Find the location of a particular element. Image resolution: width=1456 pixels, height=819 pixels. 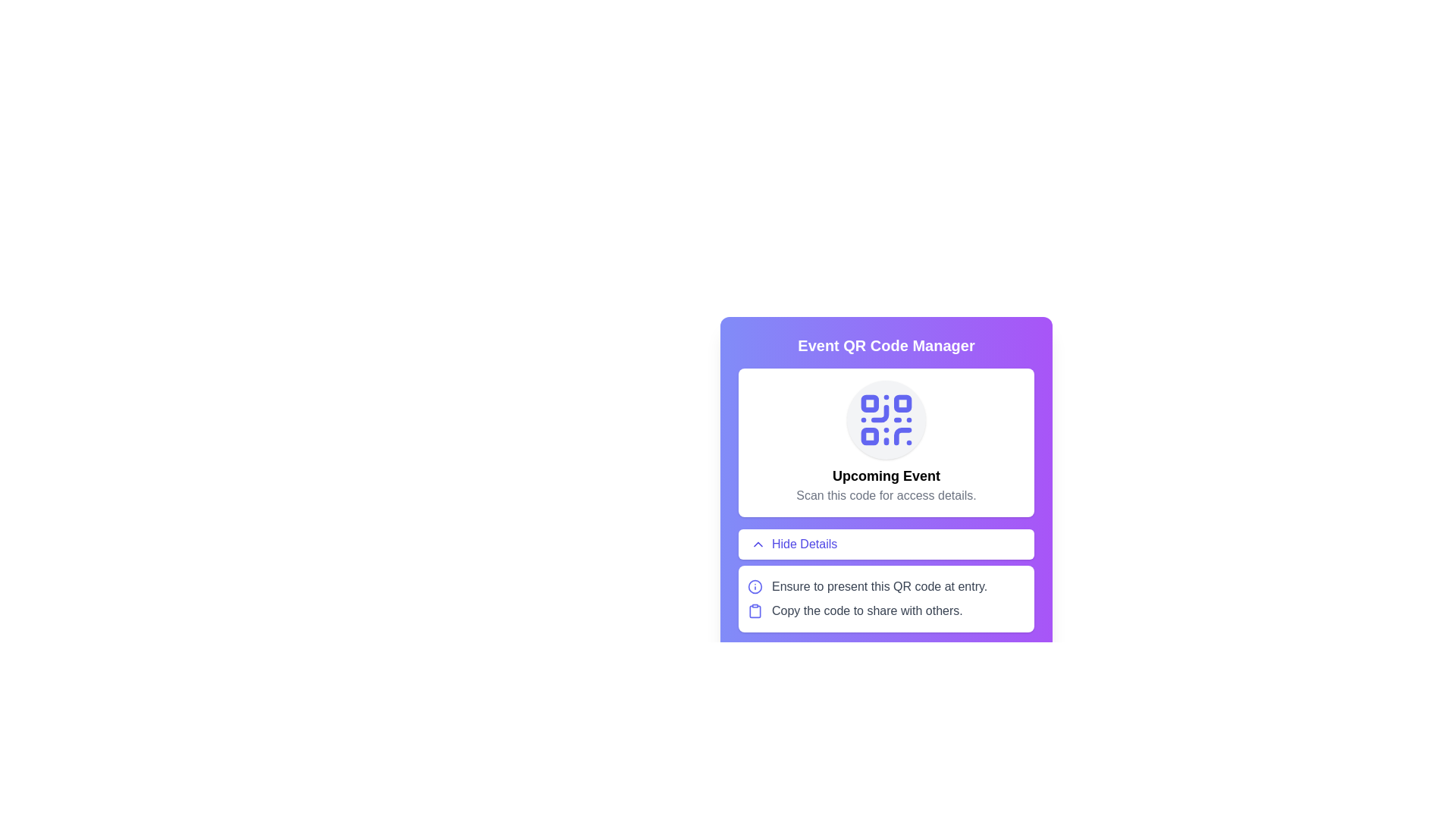

the purple QR code icon displayed within a circular, light gray background, which is centered beneath the title 'Event QR Code Manager' and above the subtitle 'Upcoming Event' is located at coordinates (886, 420).